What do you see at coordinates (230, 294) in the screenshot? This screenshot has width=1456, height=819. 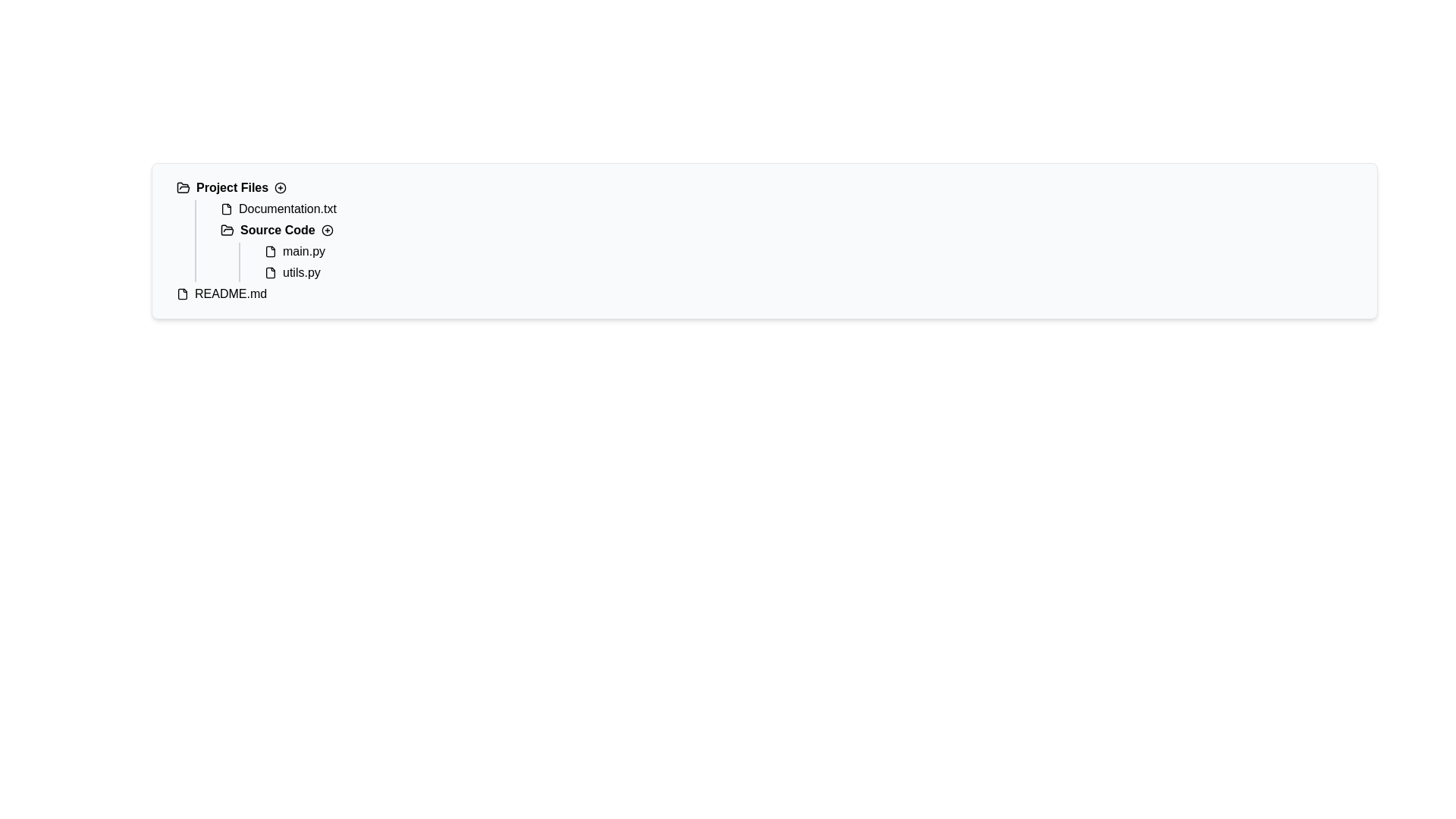 I see `the 'README.md' text label located under the 'Project Files' root folder in the tree structure` at bounding box center [230, 294].